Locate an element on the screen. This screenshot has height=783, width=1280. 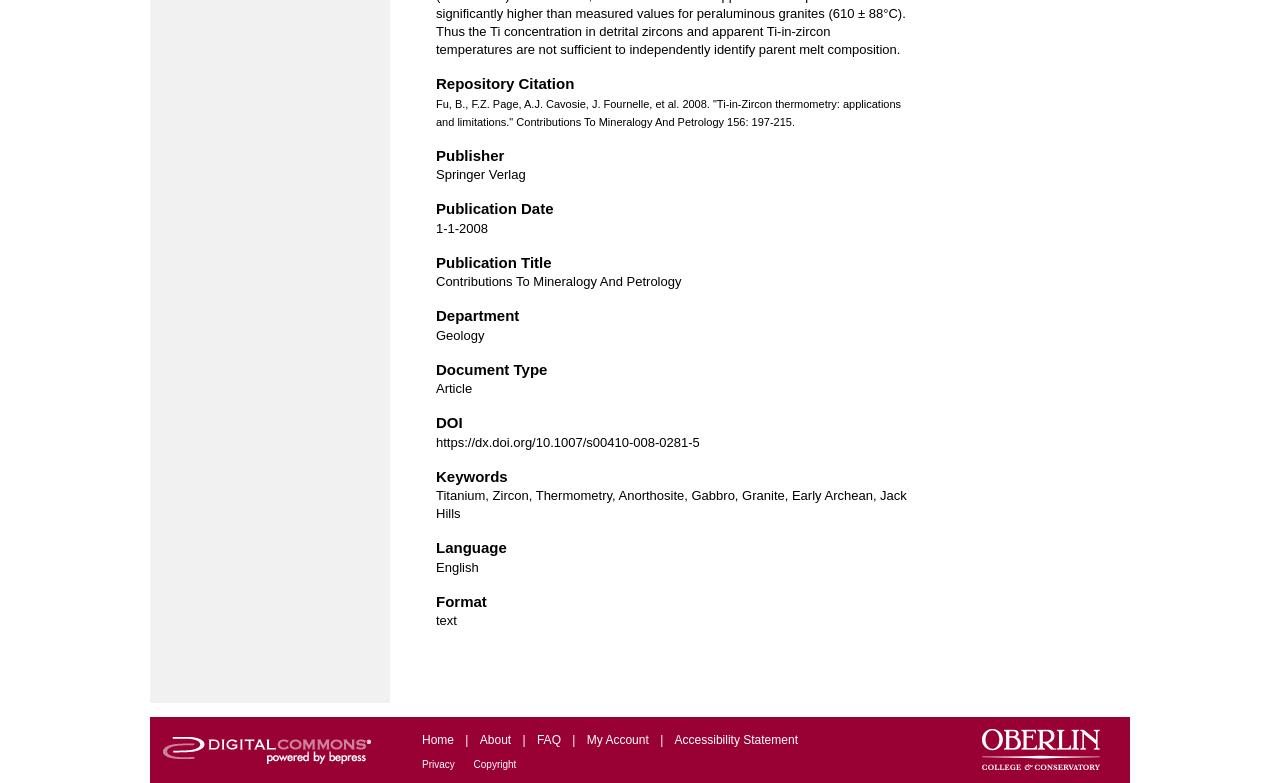
'Copyright' is located at coordinates (494, 763).